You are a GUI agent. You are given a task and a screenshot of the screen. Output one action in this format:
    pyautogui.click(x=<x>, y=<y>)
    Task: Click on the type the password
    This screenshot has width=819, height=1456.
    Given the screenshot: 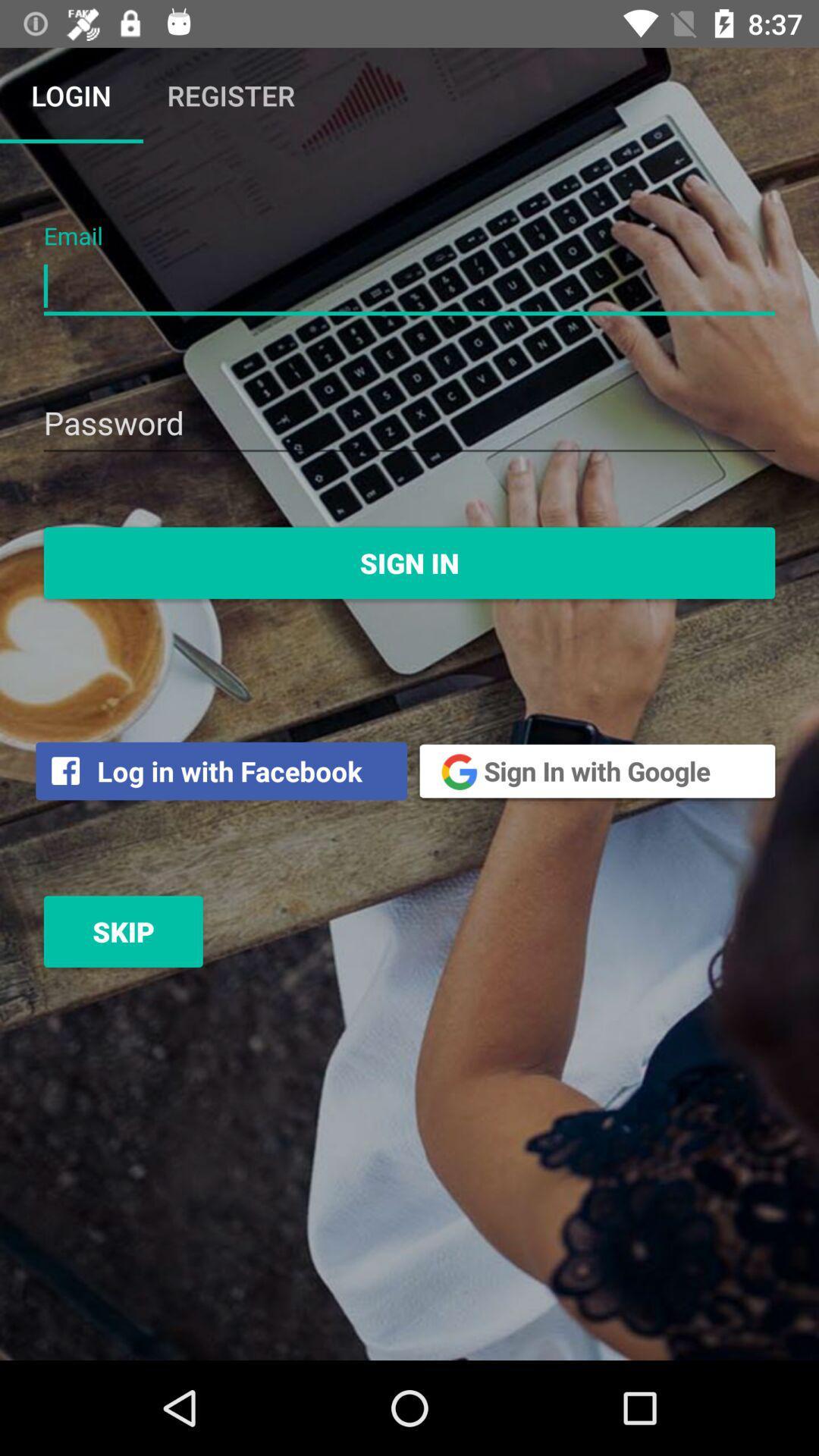 What is the action you would take?
    pyautogui.click(x=409, y=425)
    